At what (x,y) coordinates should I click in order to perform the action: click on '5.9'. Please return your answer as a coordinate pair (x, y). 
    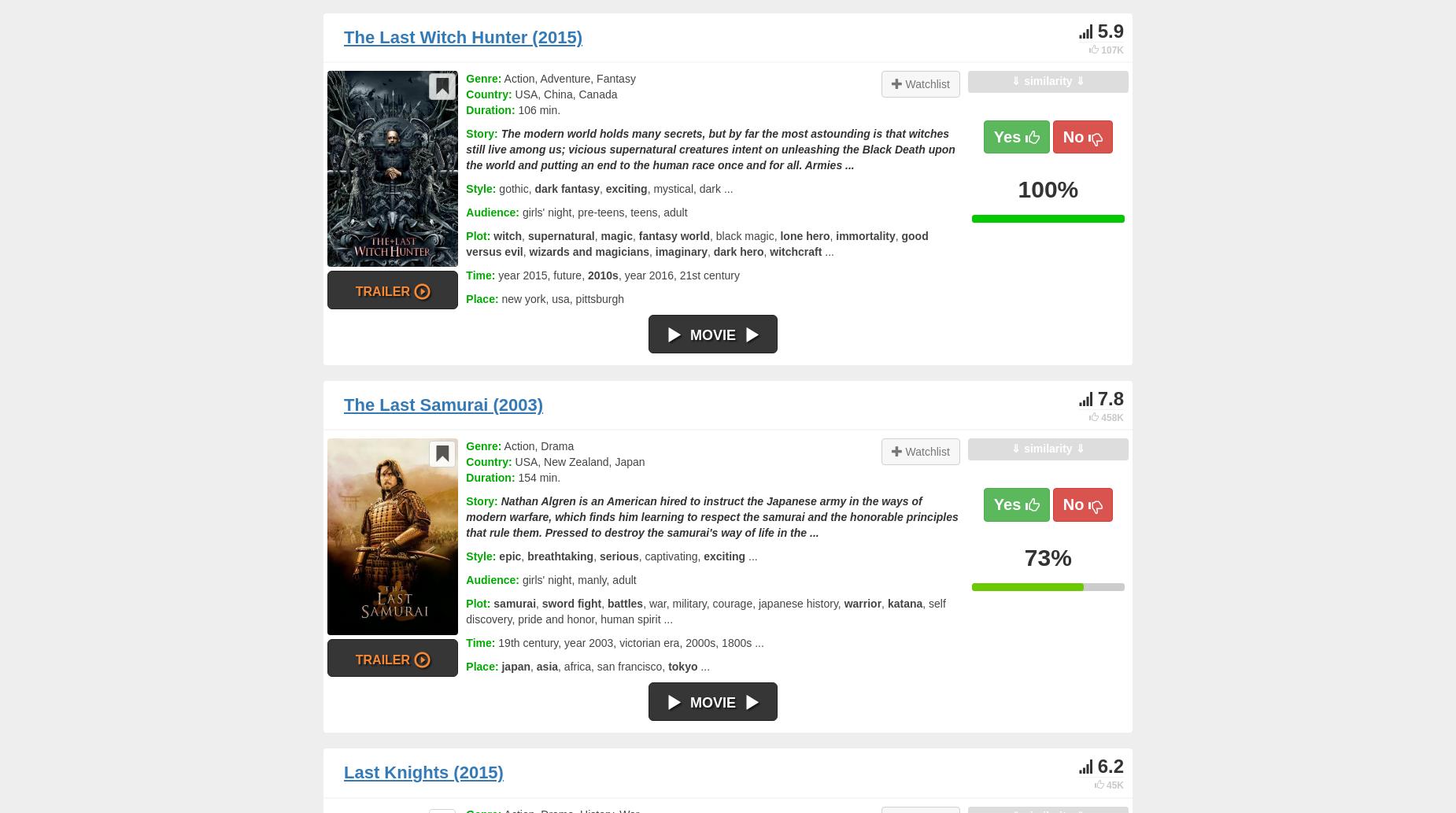
    Looking at the image, I should click on (1110, 30).